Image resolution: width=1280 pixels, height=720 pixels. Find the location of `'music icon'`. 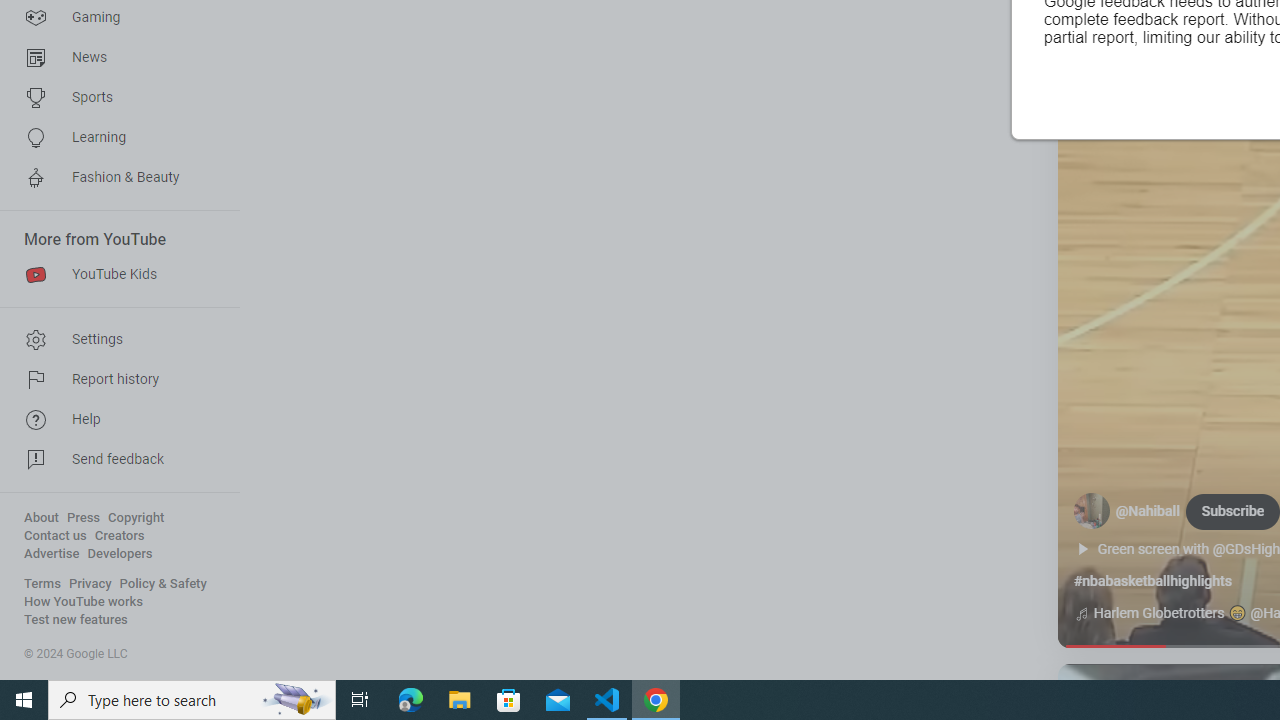

'music icon' is located at coordinates (1080, 613).